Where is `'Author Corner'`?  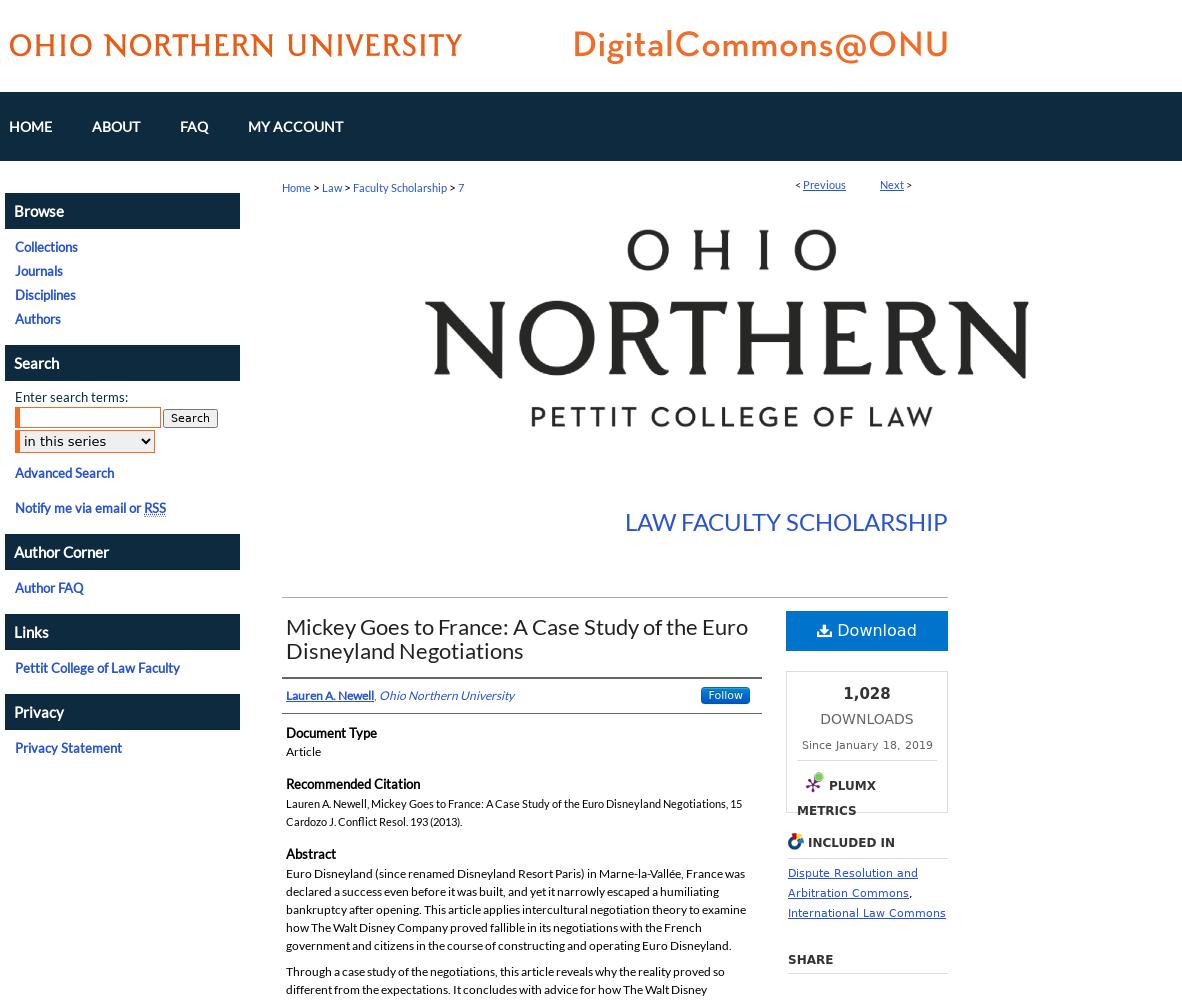 'Author Corner' is located at coordinates (60, 551).